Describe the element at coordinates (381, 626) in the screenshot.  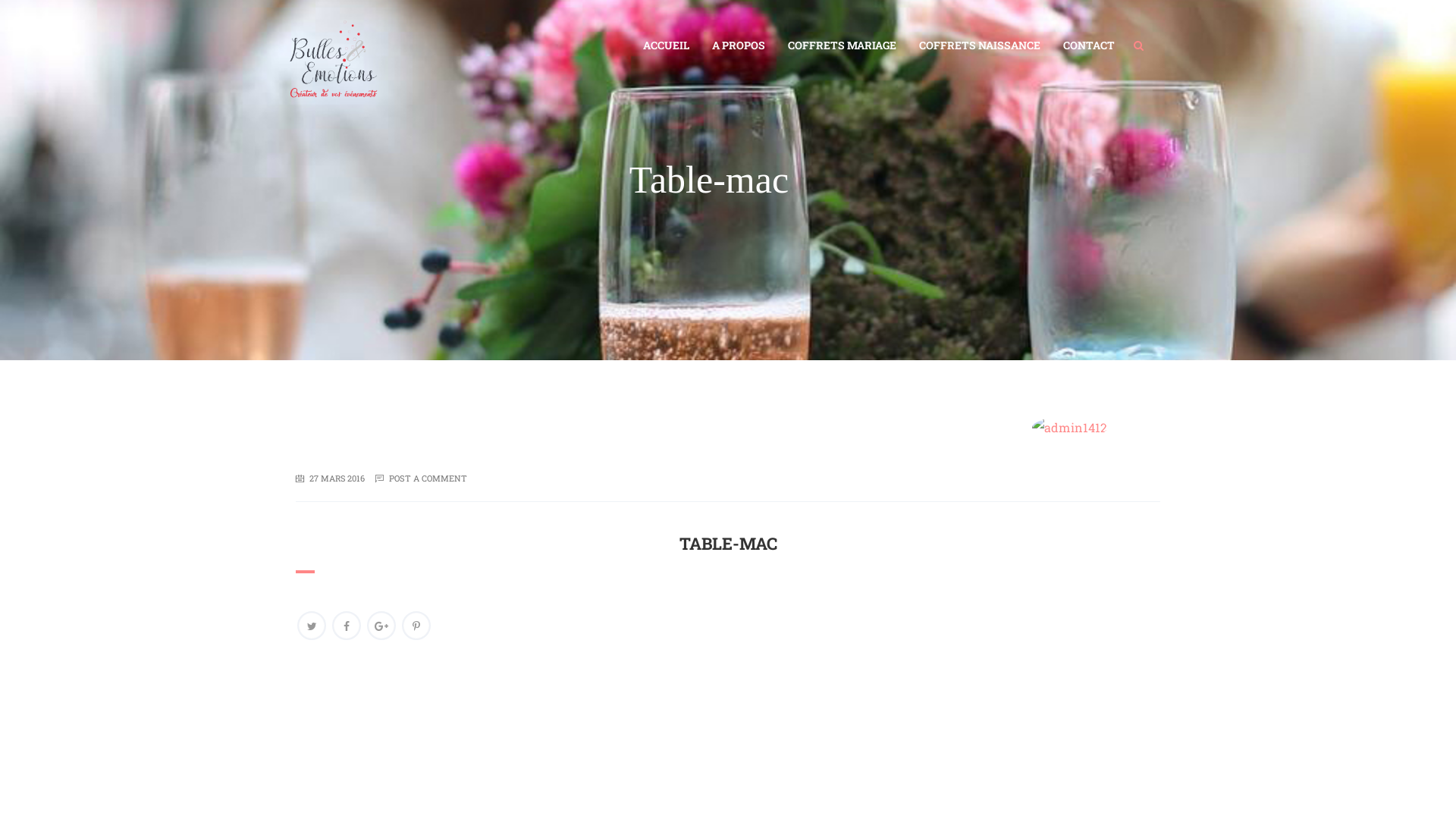
I see `'Google +'` at that location.